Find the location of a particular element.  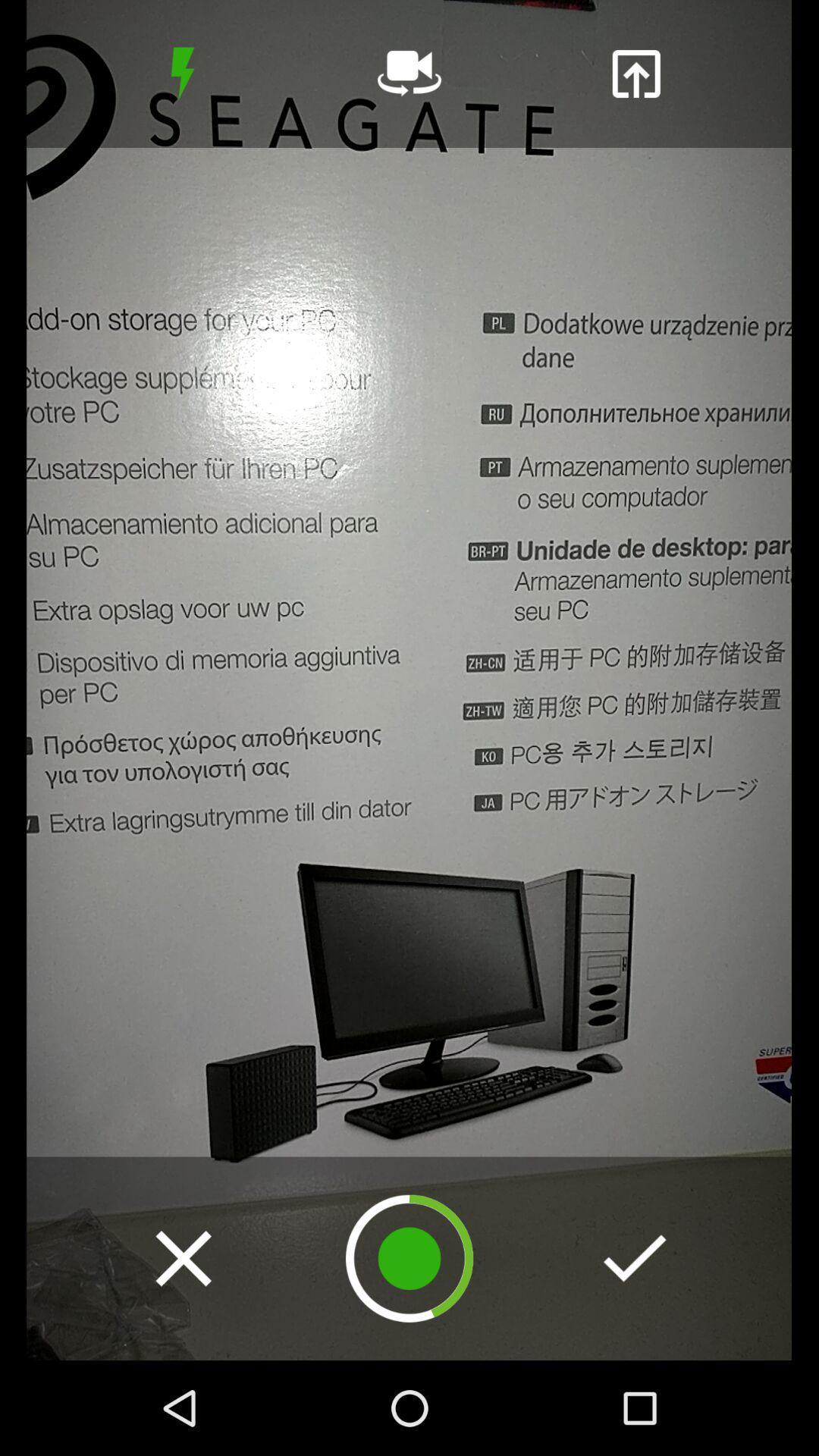

the item at the top right corner is located at coordinates (635, 73).